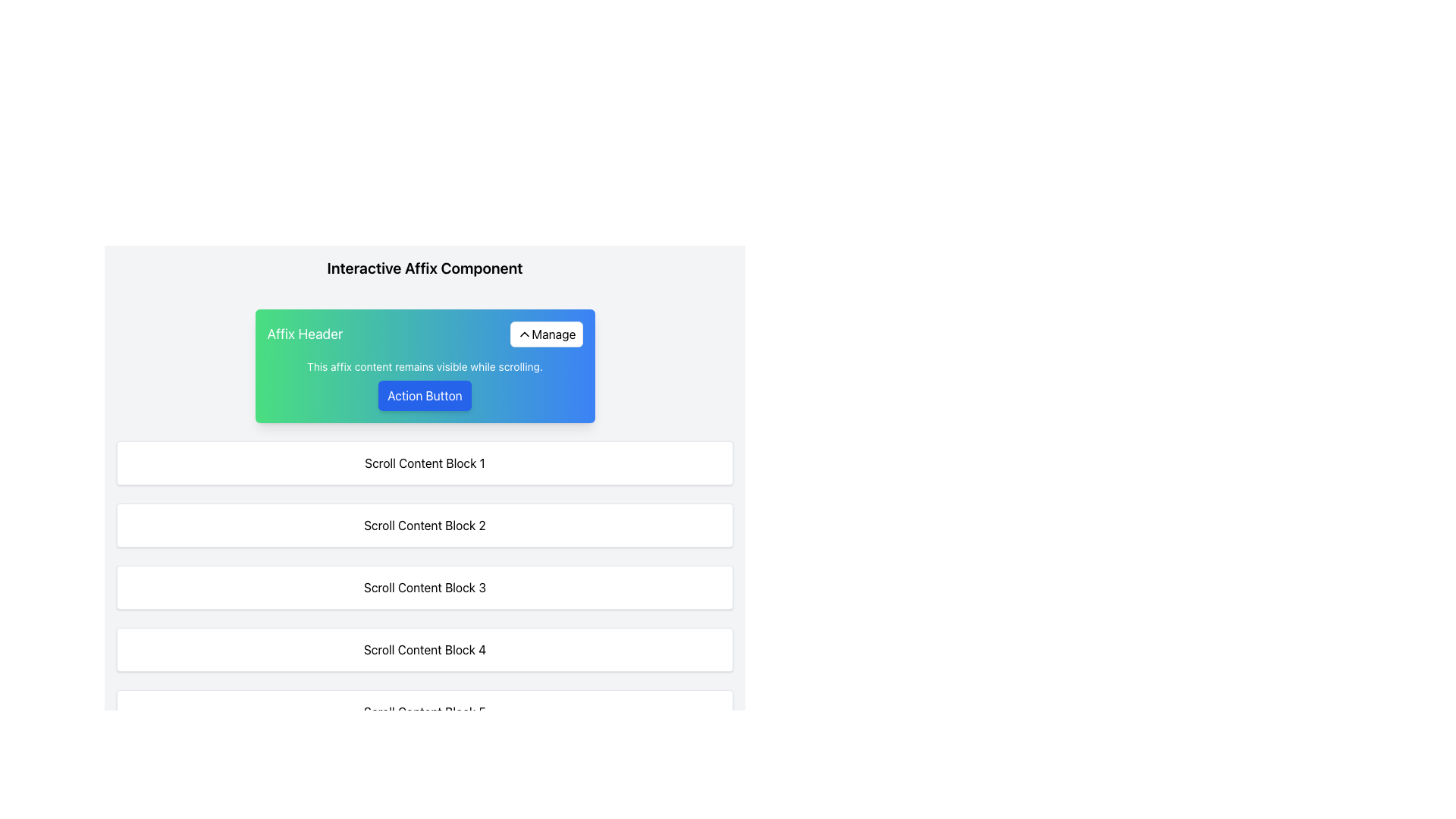 The width and height of the screenshot is (1456, 819). Describe the element at coordinates (304, 333) in the screenshot. I see `displayed text of the heading labeled 'Affix Header' which is in bold white font against a gradient background` at that location.